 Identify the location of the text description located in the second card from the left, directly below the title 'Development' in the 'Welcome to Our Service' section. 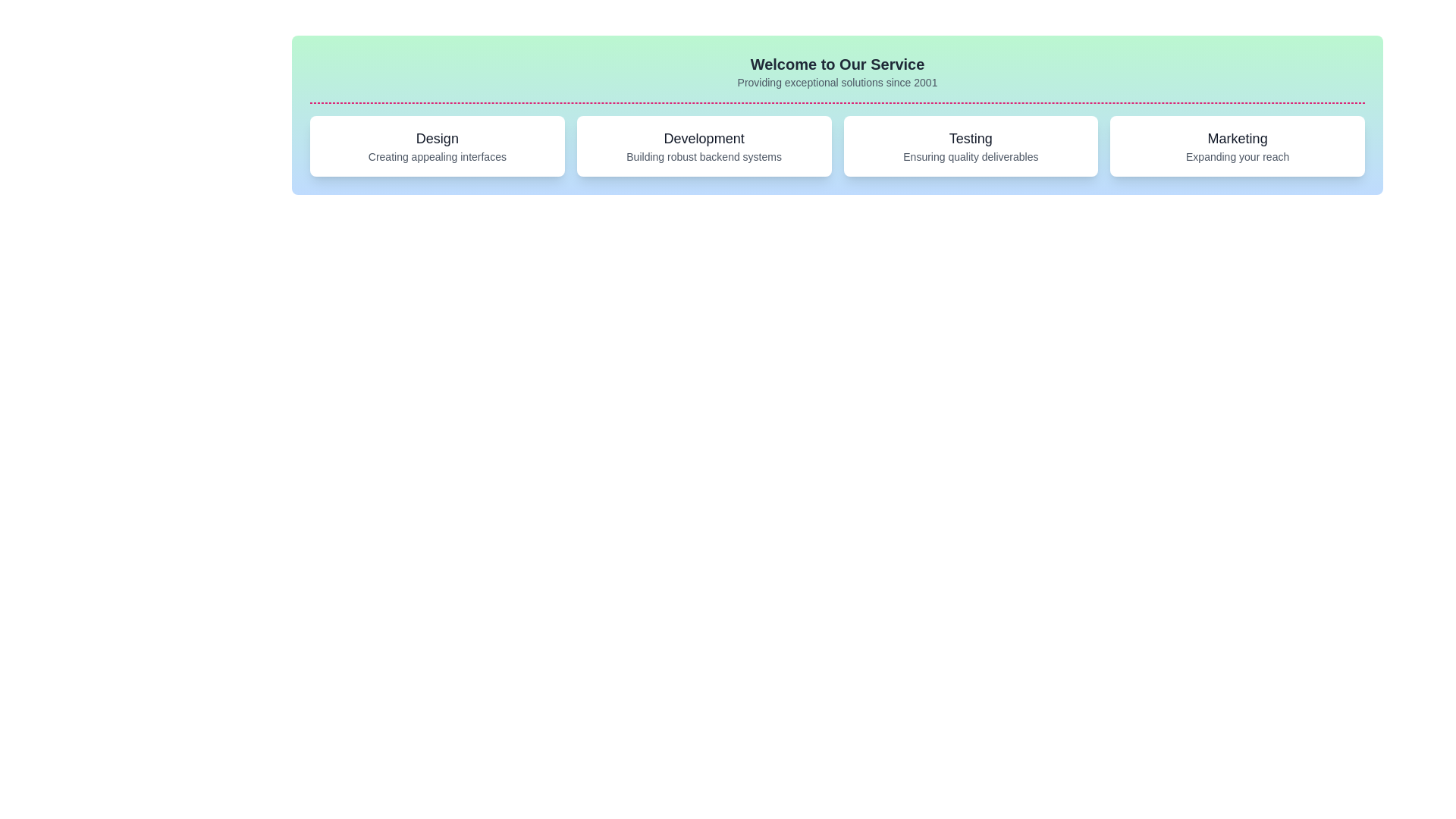
(703, 157).